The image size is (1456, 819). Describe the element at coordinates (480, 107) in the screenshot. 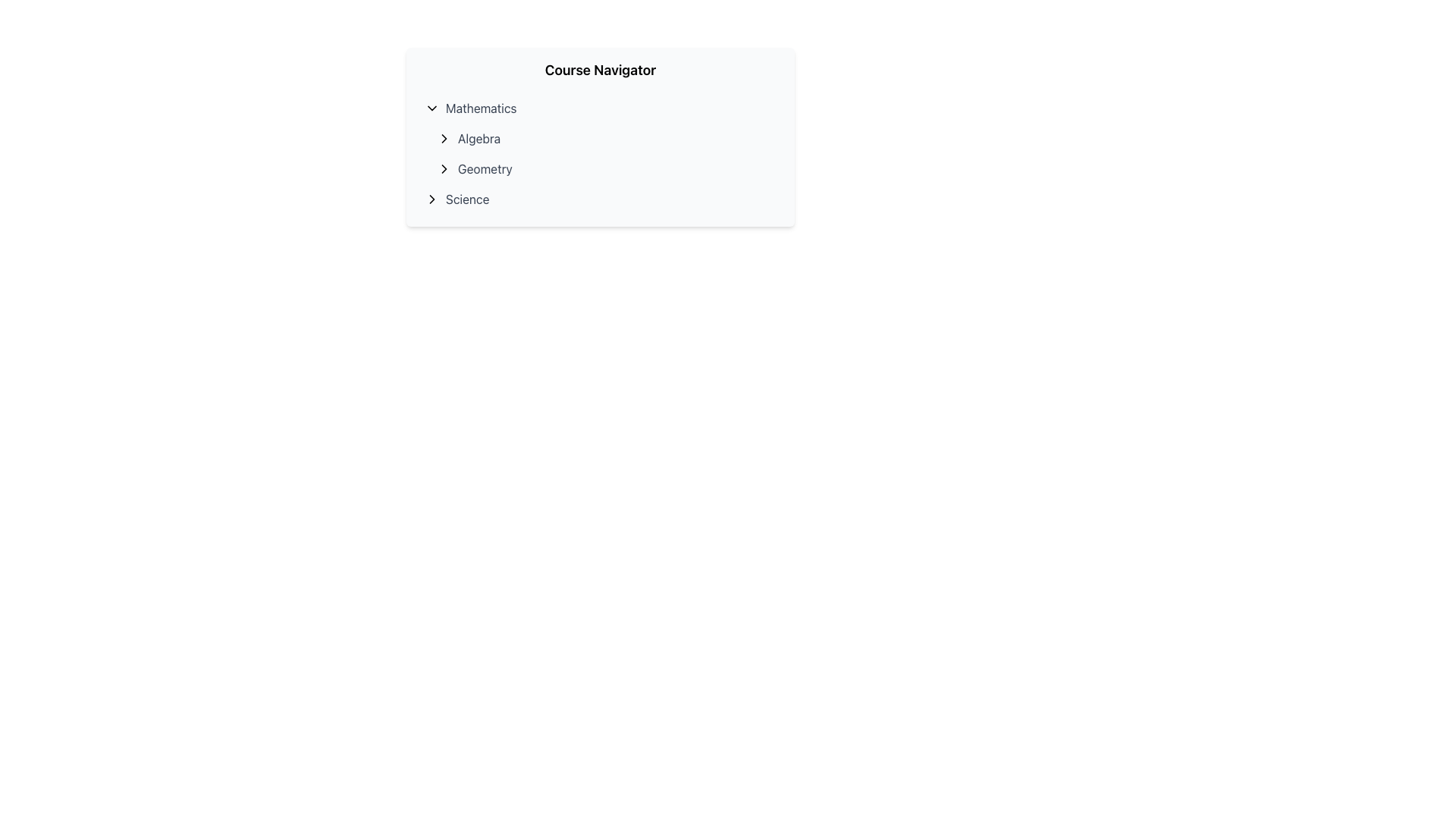

I see `the text label displaying 'Mathematics' in the navigation menu under 'Course Navigator'` at that location.